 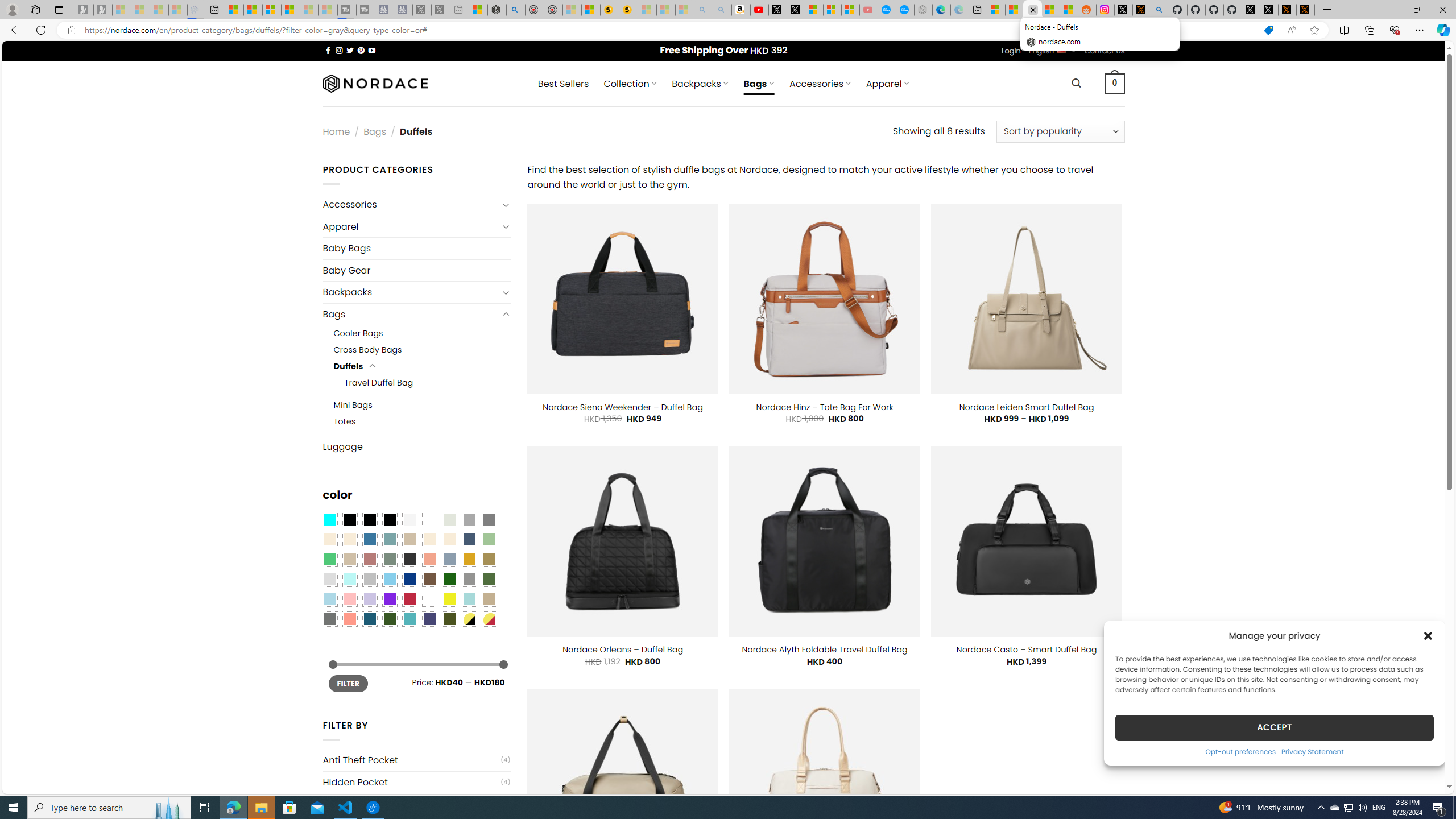 What do you see at coordinates (408, 618) in the screenshot?
I see `'Teal'` at bounding box center [408, 618].